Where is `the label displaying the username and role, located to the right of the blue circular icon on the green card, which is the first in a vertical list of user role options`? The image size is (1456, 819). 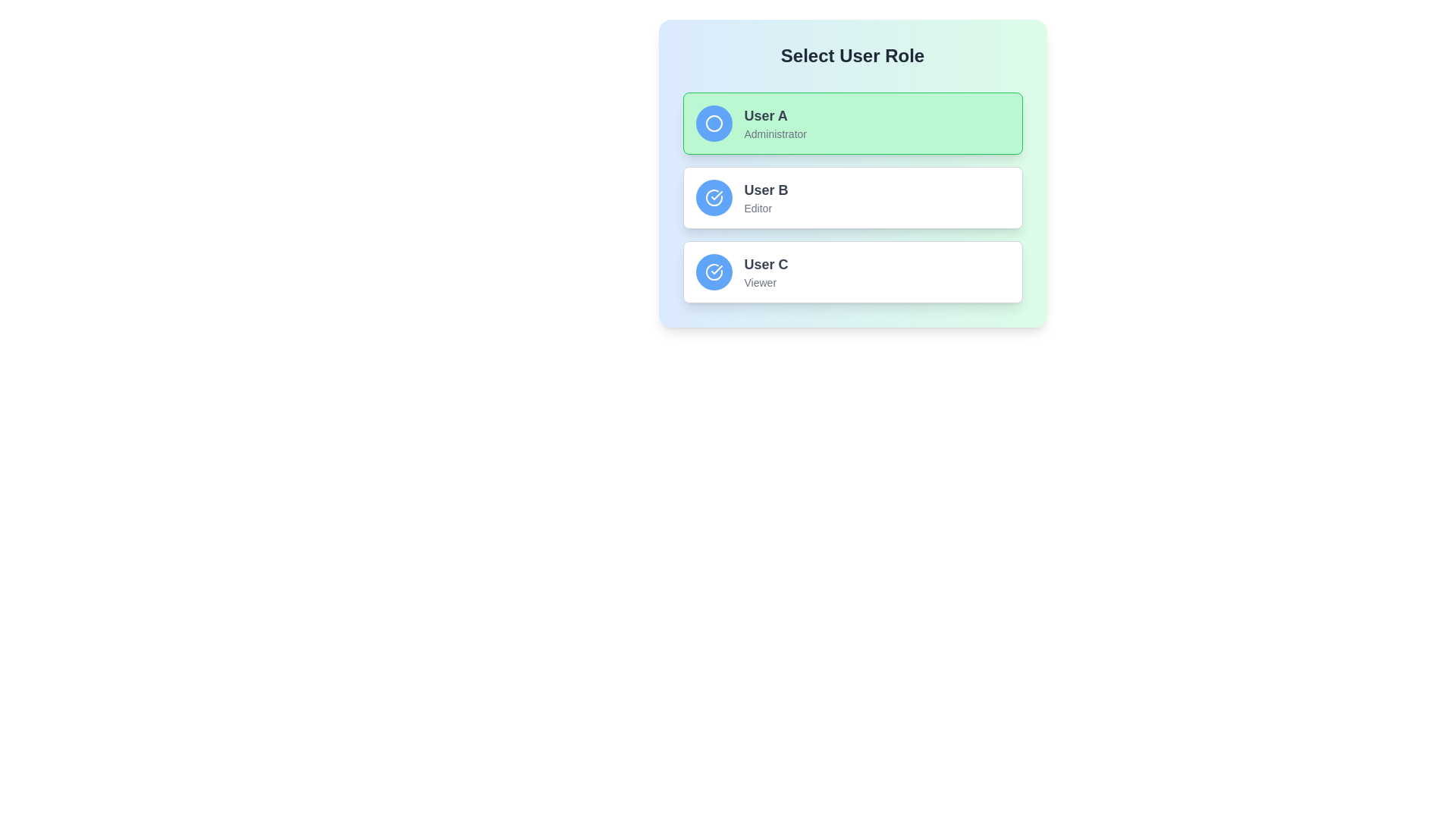
the label displaying the username and role, located to the right of the blue circular icon on the green card, which is the first in a vertical list of user role options is located at coordinates (775, 122).